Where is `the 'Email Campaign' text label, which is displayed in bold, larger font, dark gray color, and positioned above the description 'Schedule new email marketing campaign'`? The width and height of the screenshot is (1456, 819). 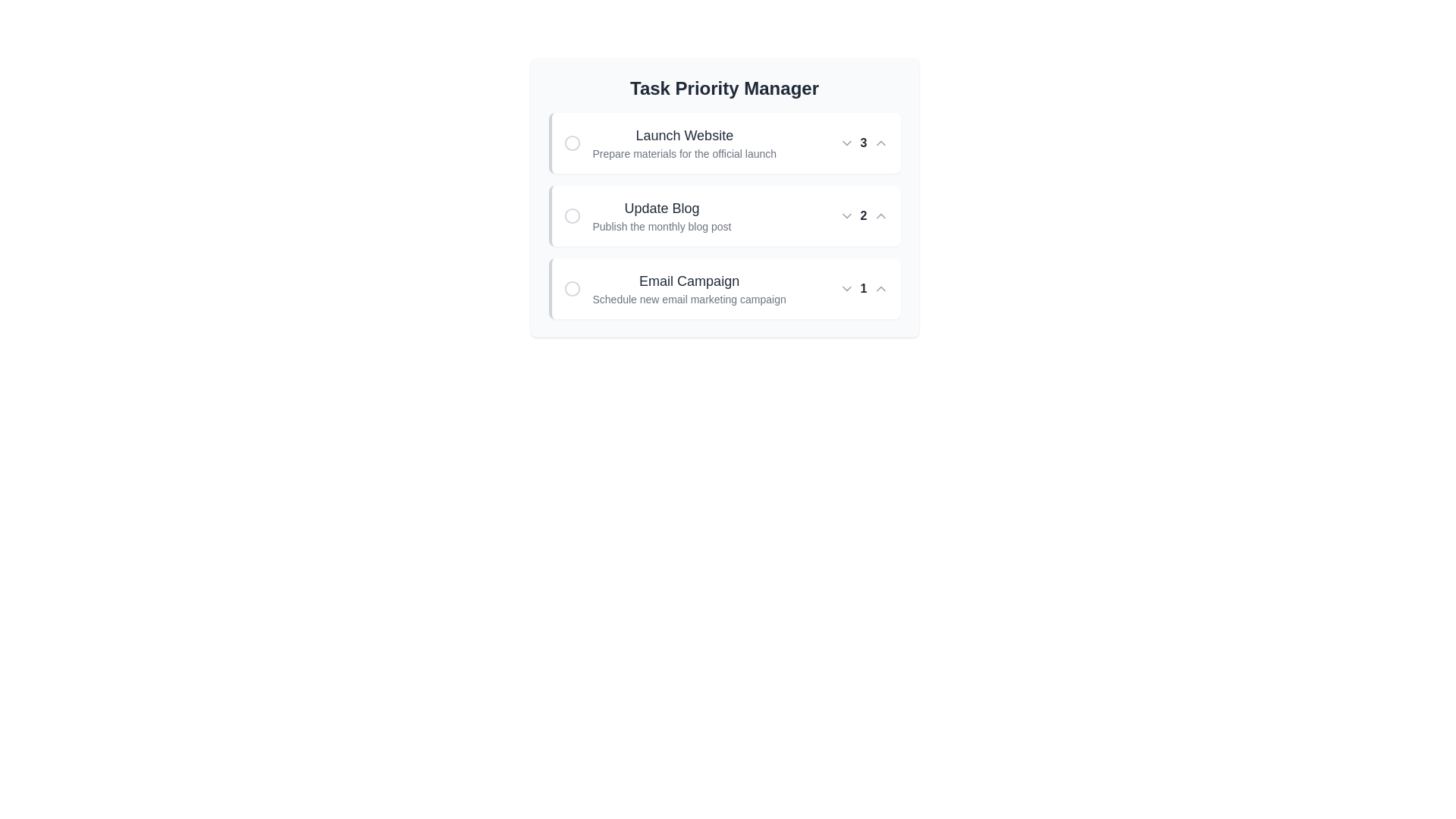
the 'Email Campaign' text label, which is displayed in bold, larger font, dark gray color, and positioned above the description 'Schedule new email marketing campaign' is located at coordinates (689, 281).